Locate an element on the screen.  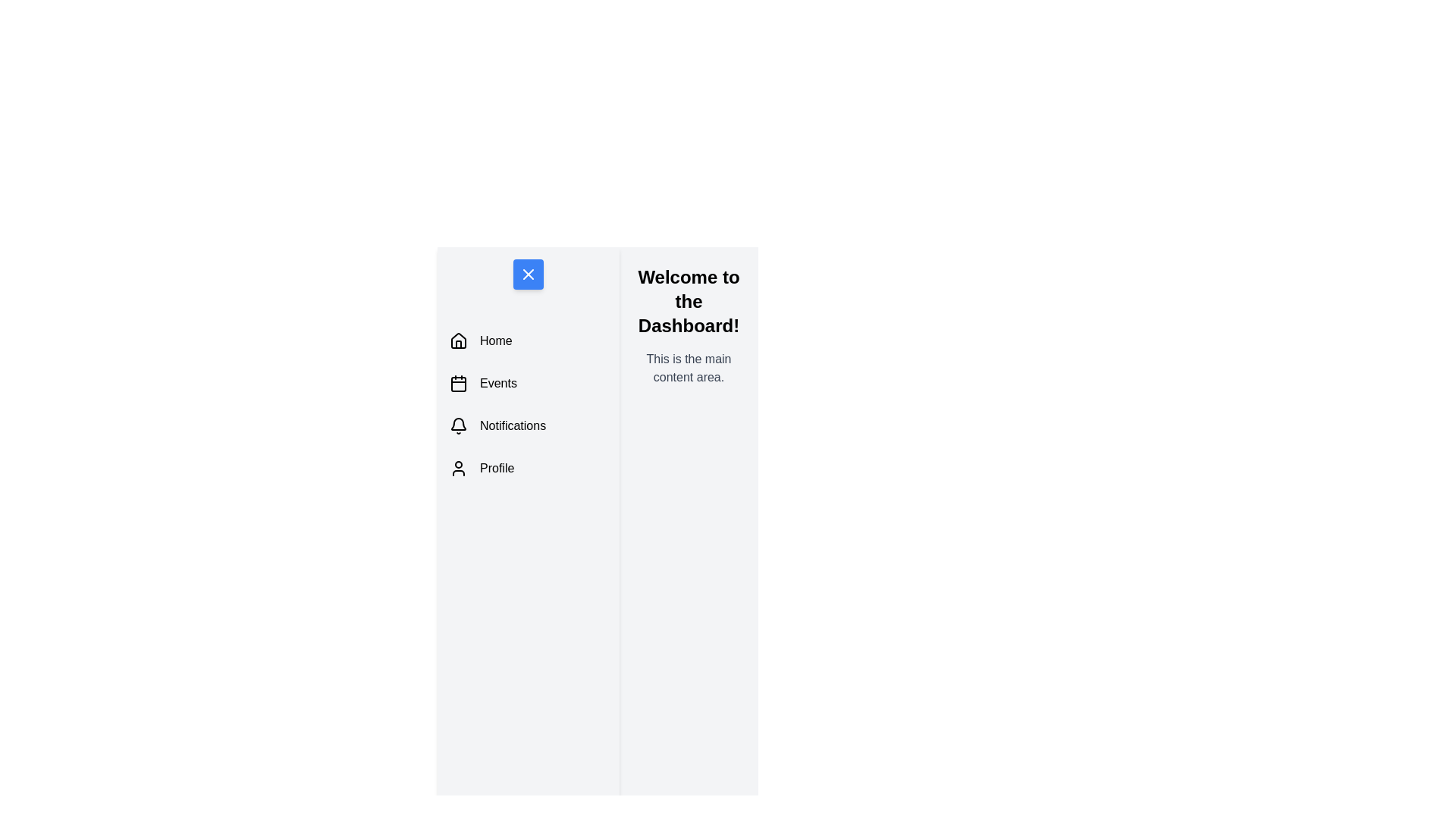
the close button located at the top of the left side panel is located at coordinates (528, 275).